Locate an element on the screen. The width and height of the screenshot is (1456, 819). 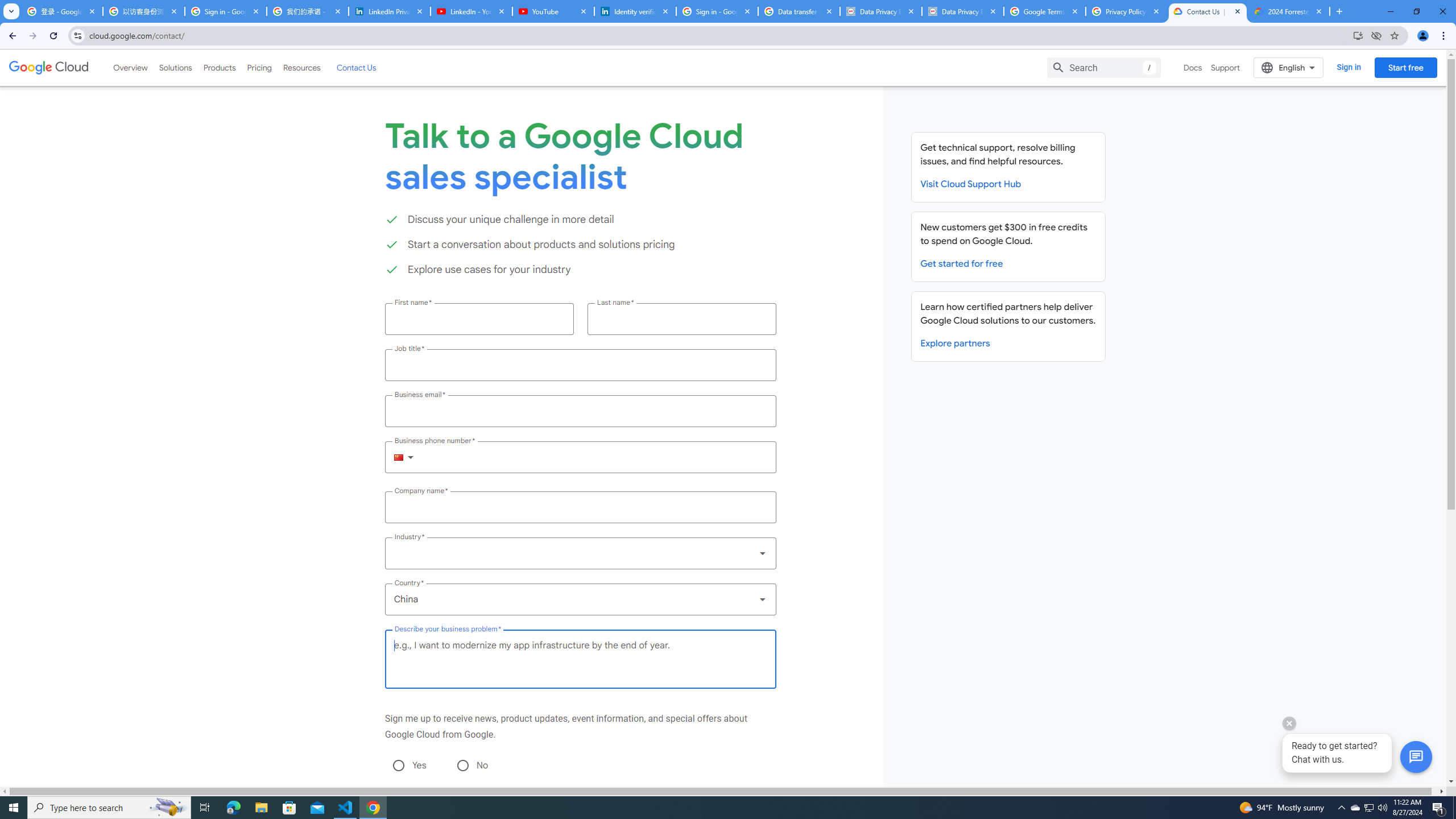
'Country *' is located at coordinates (580, 599).